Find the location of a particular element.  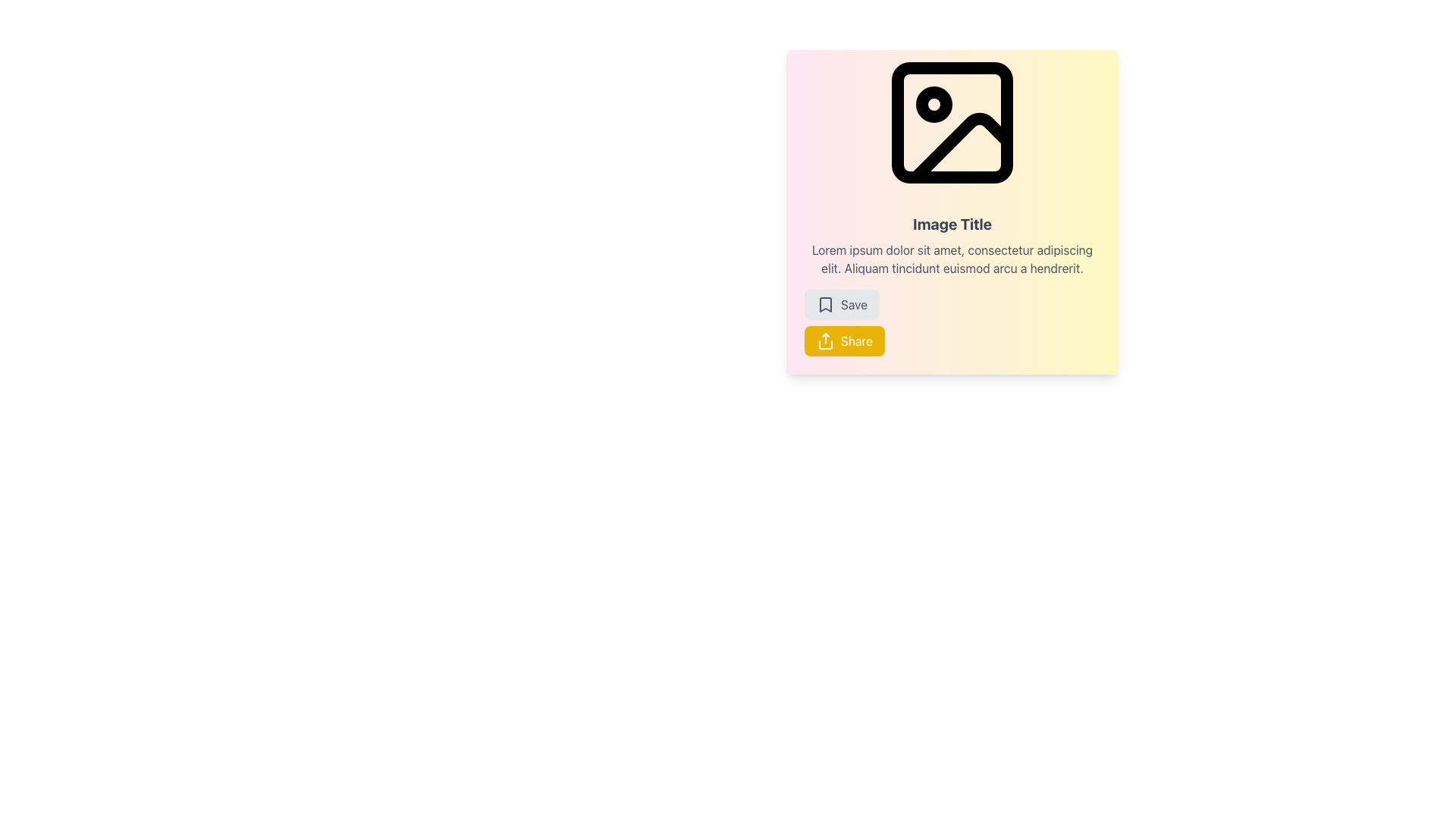

the SVG rectangle element that serves as the background design layer within the icon in the header of a card component is located at coordinates (952, 122).